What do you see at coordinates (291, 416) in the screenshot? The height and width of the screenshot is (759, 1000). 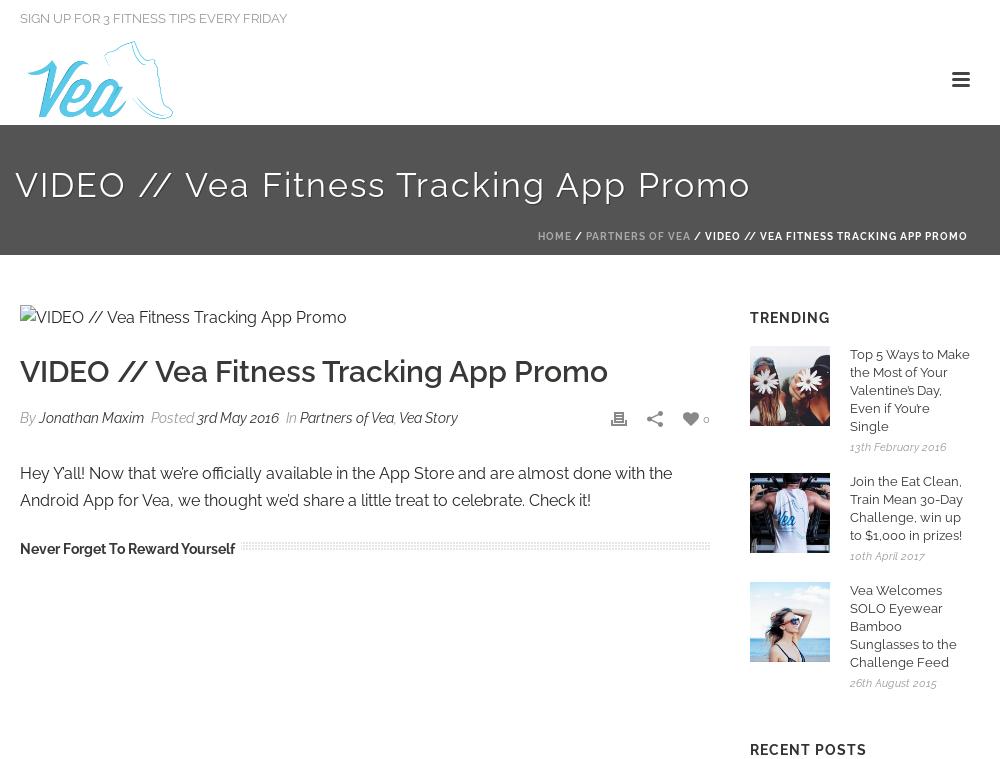 I see `'In'` at bounding box center [291, 416].